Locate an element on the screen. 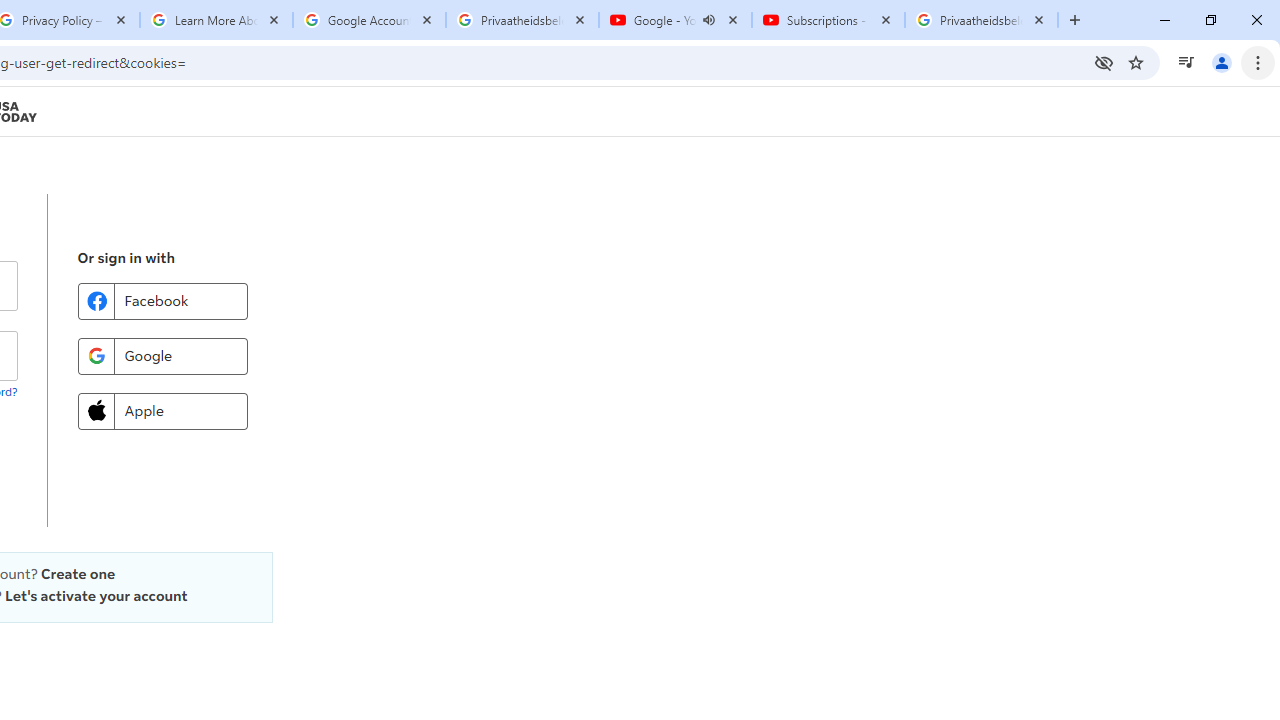 This screenshot has height=720, width=1280. 'Google - YouTube - Audio playing' is located at coordinates (675, 20).